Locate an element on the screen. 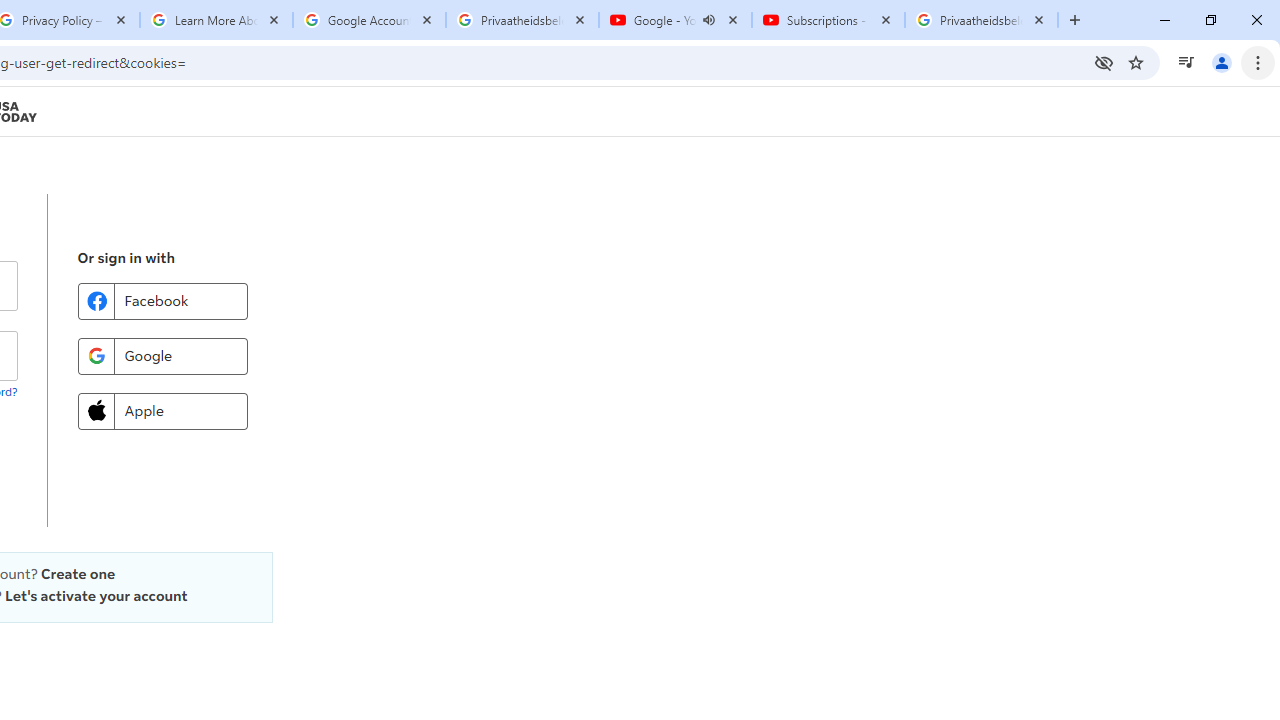 This screenshot has height=720, width=1280. 'Google - YouTube - Audio playing' is located at coordinates (675, 20).